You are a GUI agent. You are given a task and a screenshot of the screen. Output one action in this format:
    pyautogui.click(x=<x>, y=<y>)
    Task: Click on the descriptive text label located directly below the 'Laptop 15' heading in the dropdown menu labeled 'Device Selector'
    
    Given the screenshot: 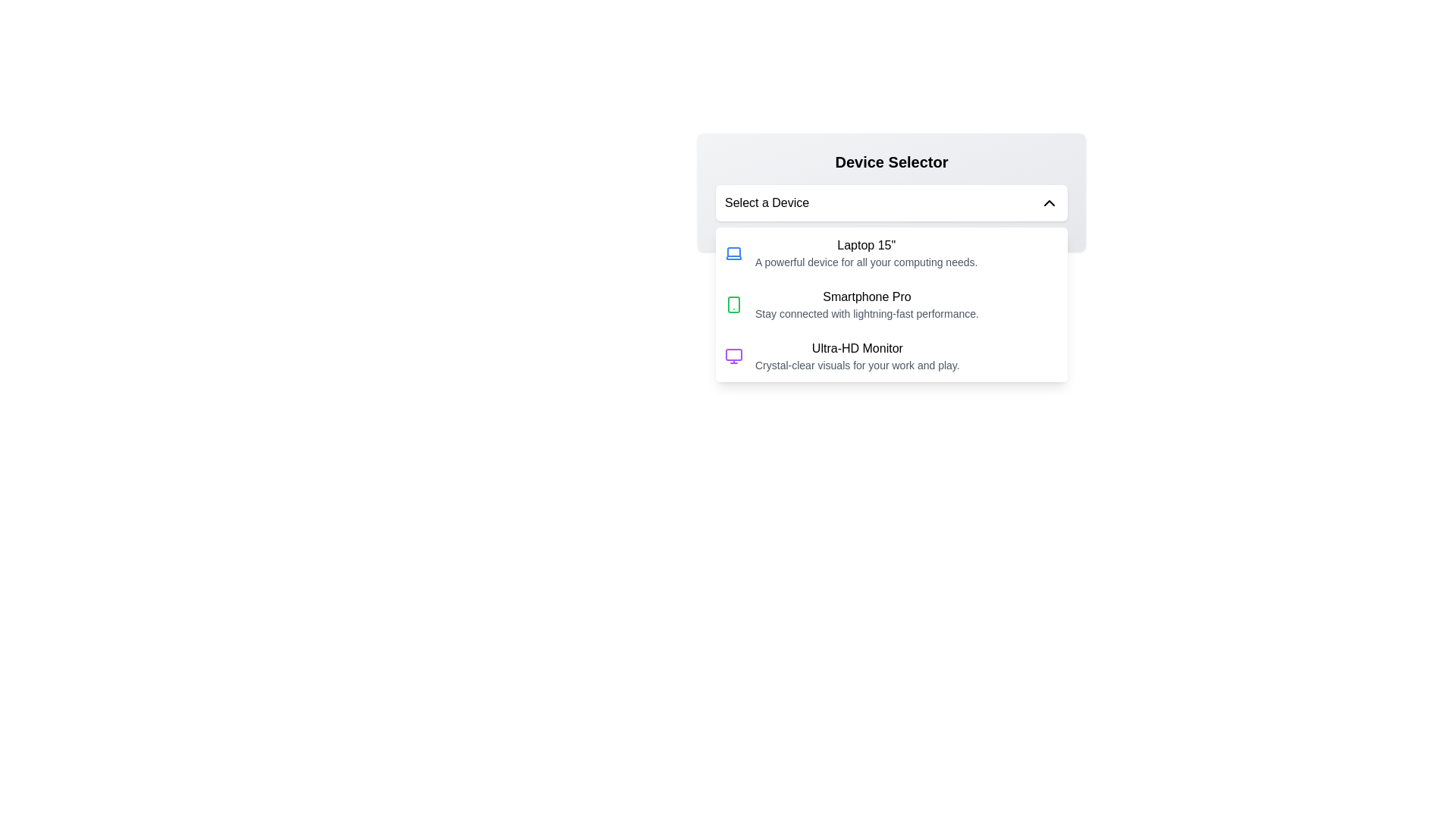 What is the action you would take?
    pyautogui.click(x=866, y=262)
    